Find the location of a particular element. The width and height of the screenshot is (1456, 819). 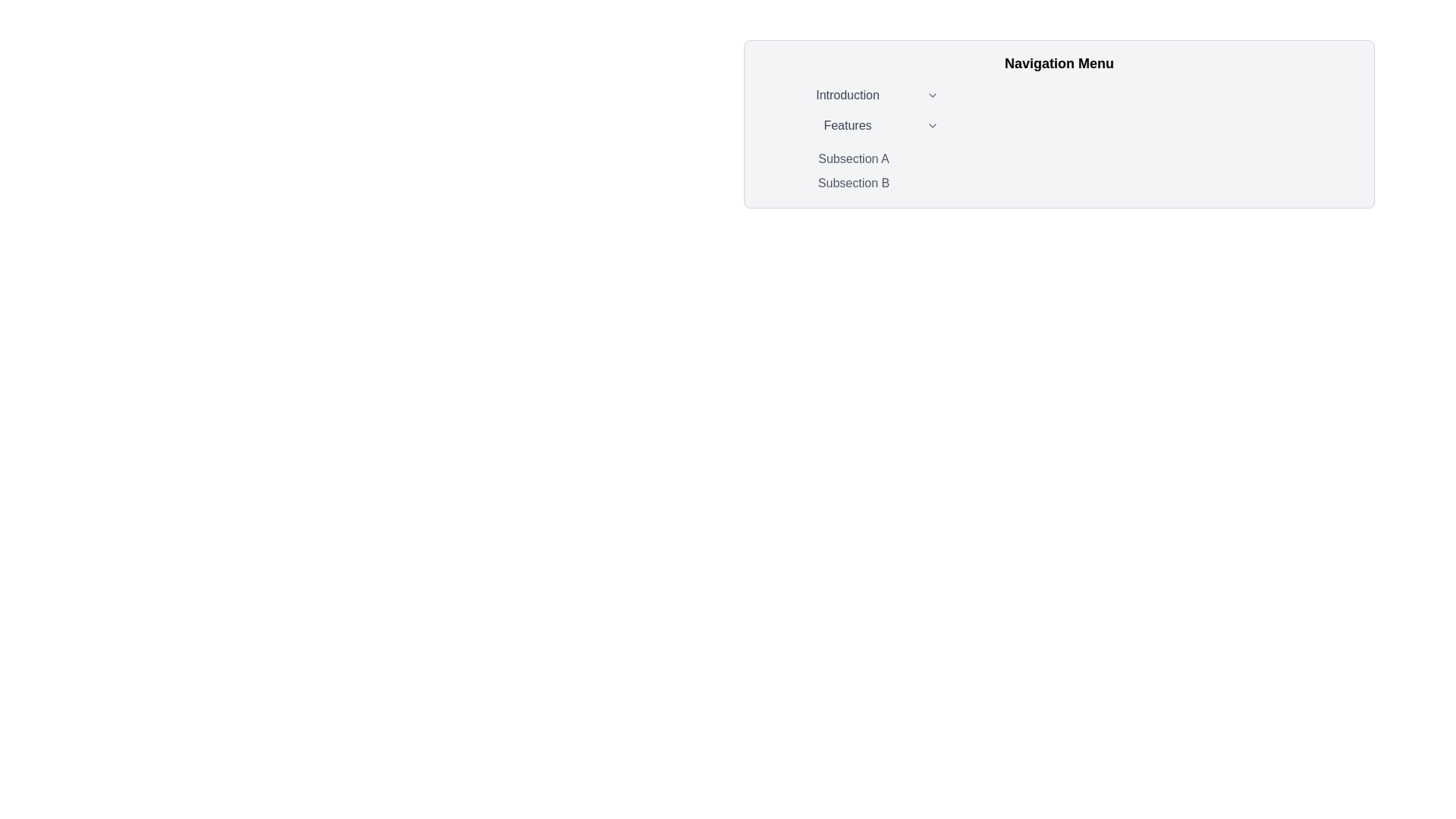

the 'Subsection A' hyperlink in the dropdown menu under 'Navigation Menu' to change its background color is located at coordinates (854, 158).